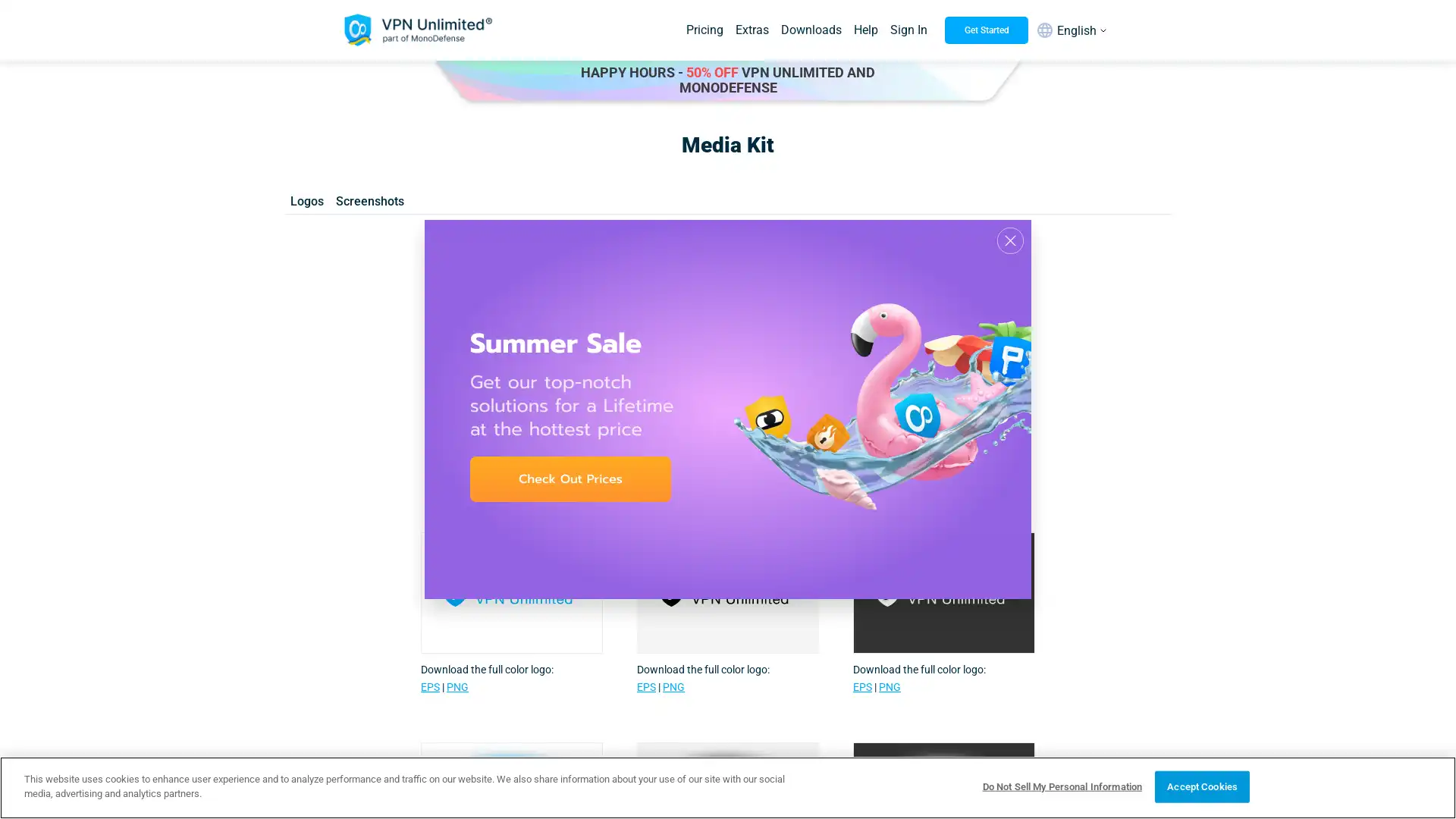 This screenshot has height=819, width=1456. Describe the element at coordinates (1061, 786) in the screenshot. I see `Do Not Sell My Personal Information` at that location.